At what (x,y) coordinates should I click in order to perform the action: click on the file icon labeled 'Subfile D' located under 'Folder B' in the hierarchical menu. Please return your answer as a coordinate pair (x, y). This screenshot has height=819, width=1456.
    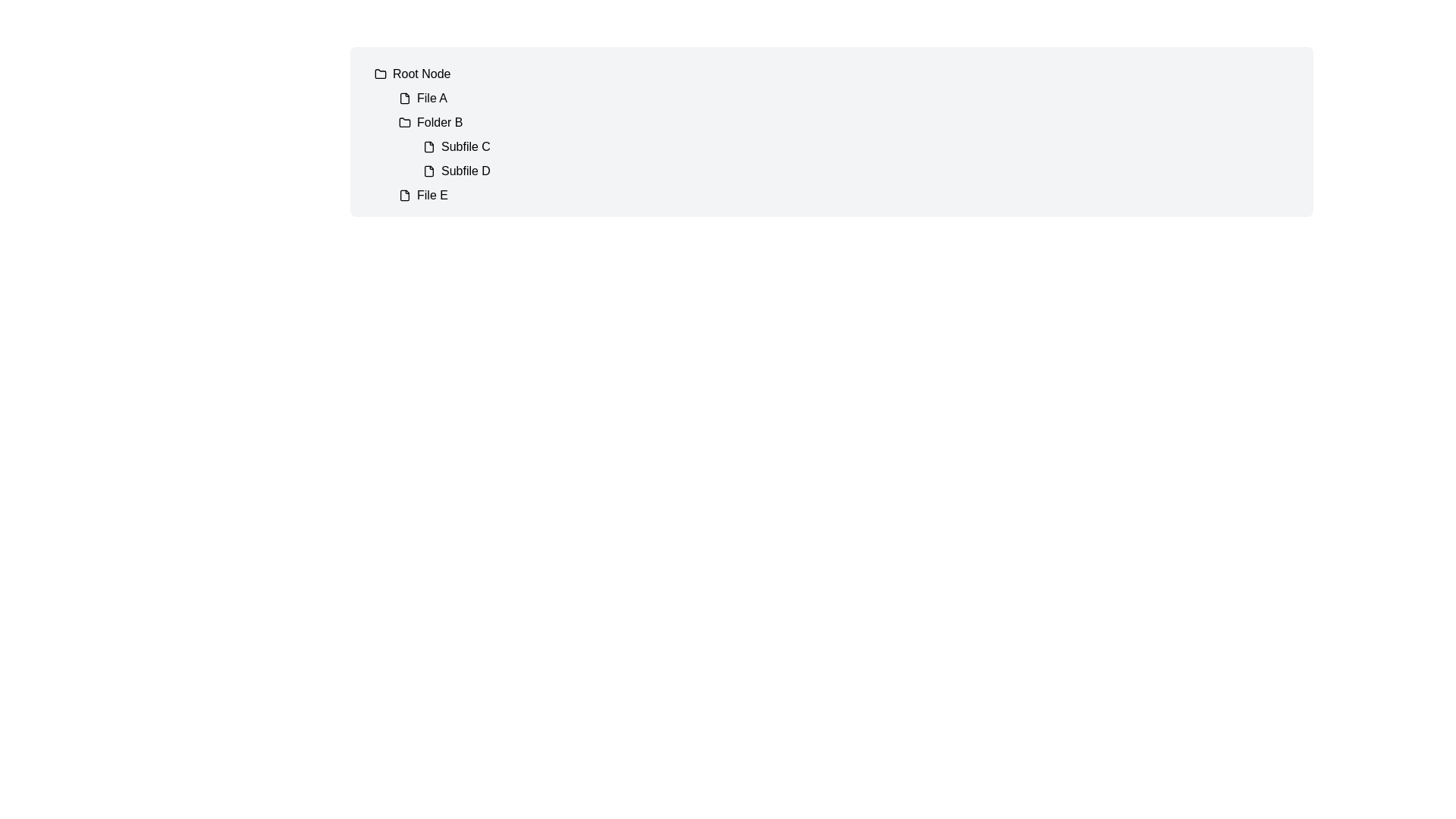
    Looking at the image, I should click on (428, 171).